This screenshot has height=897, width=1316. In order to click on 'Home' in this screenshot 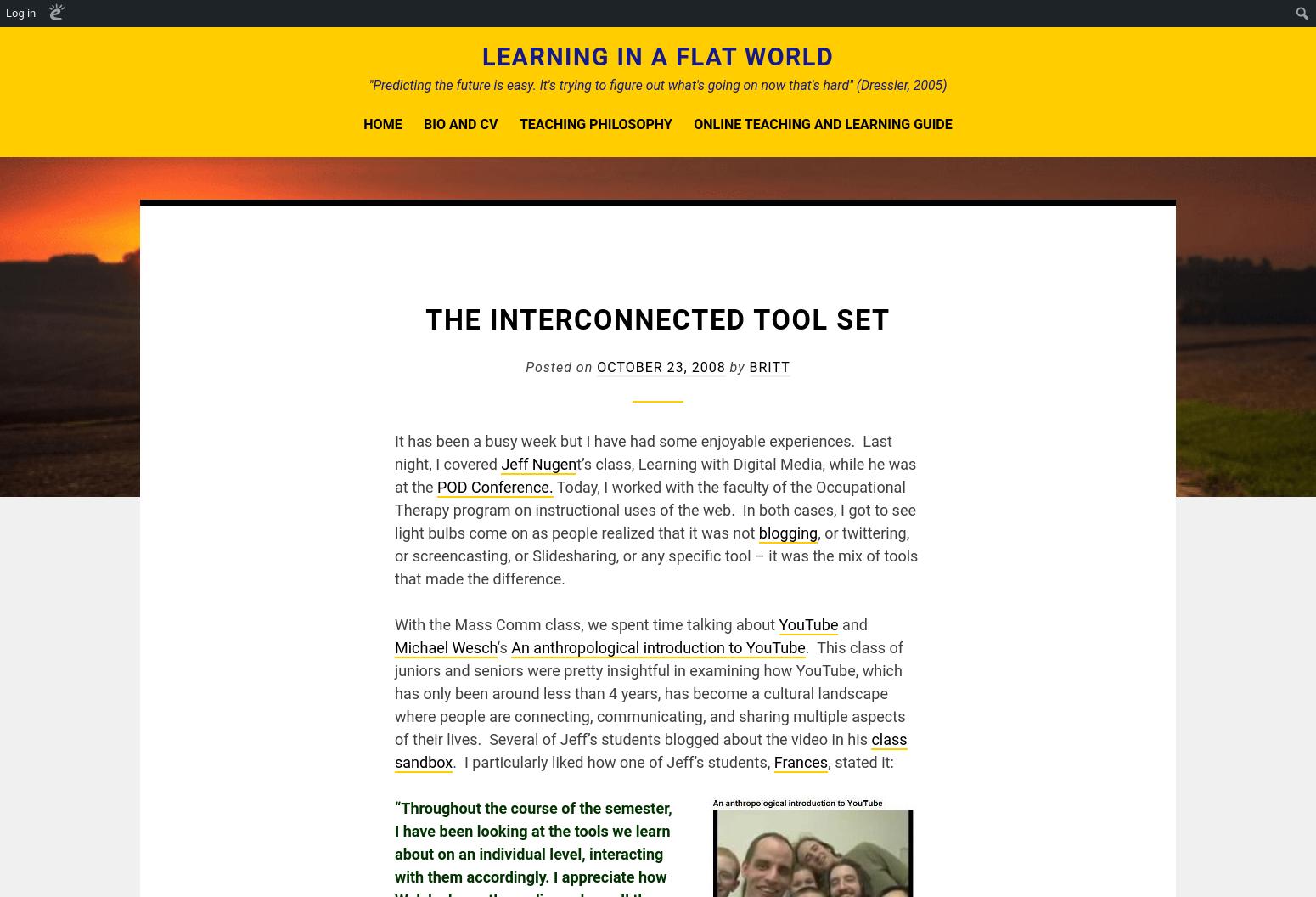, I will do `click(382, 123)`.